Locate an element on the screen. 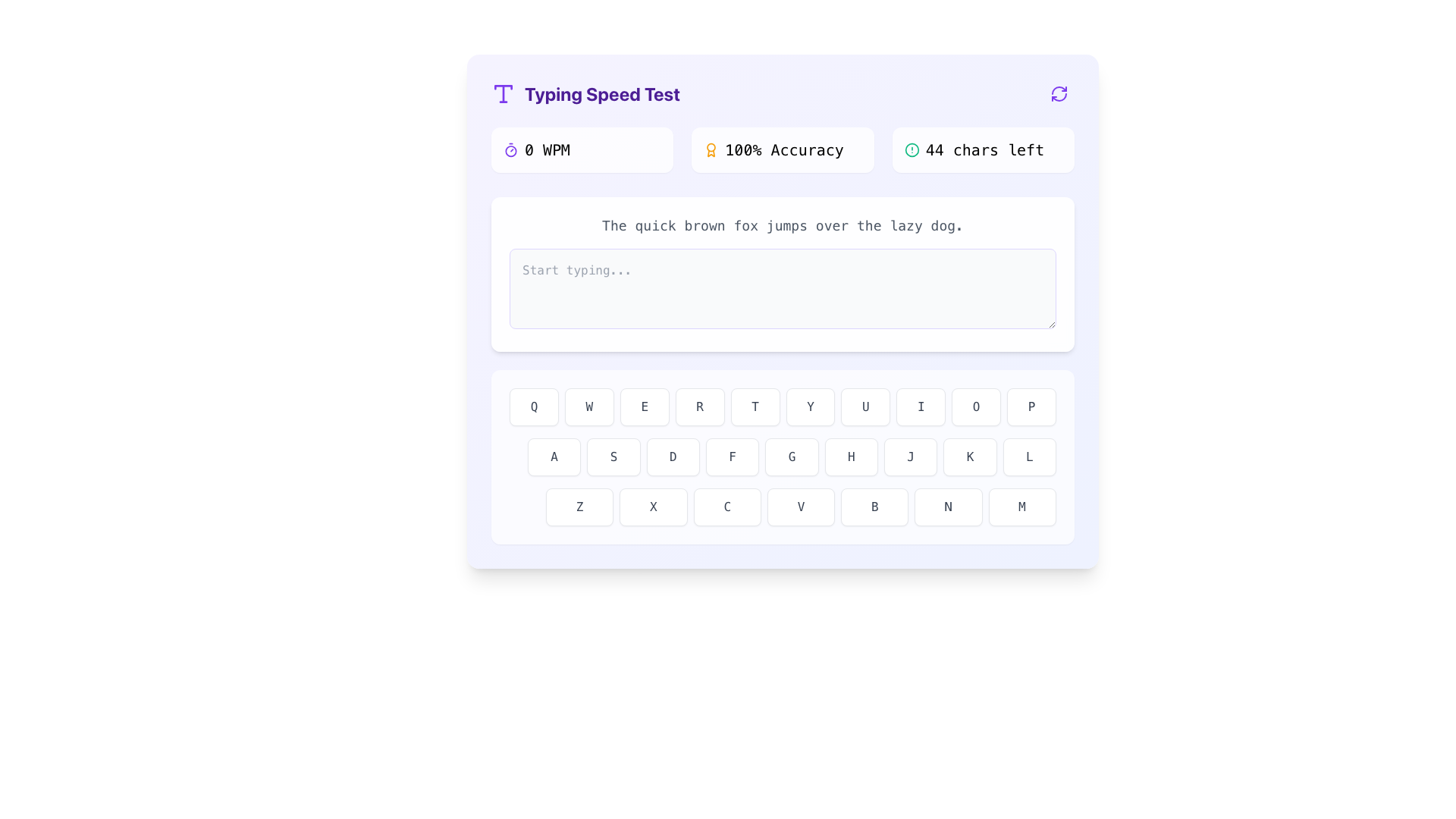  the decorative icon located to the left of the 'Typing Speed Test' header is located at coordinates (503, 93).